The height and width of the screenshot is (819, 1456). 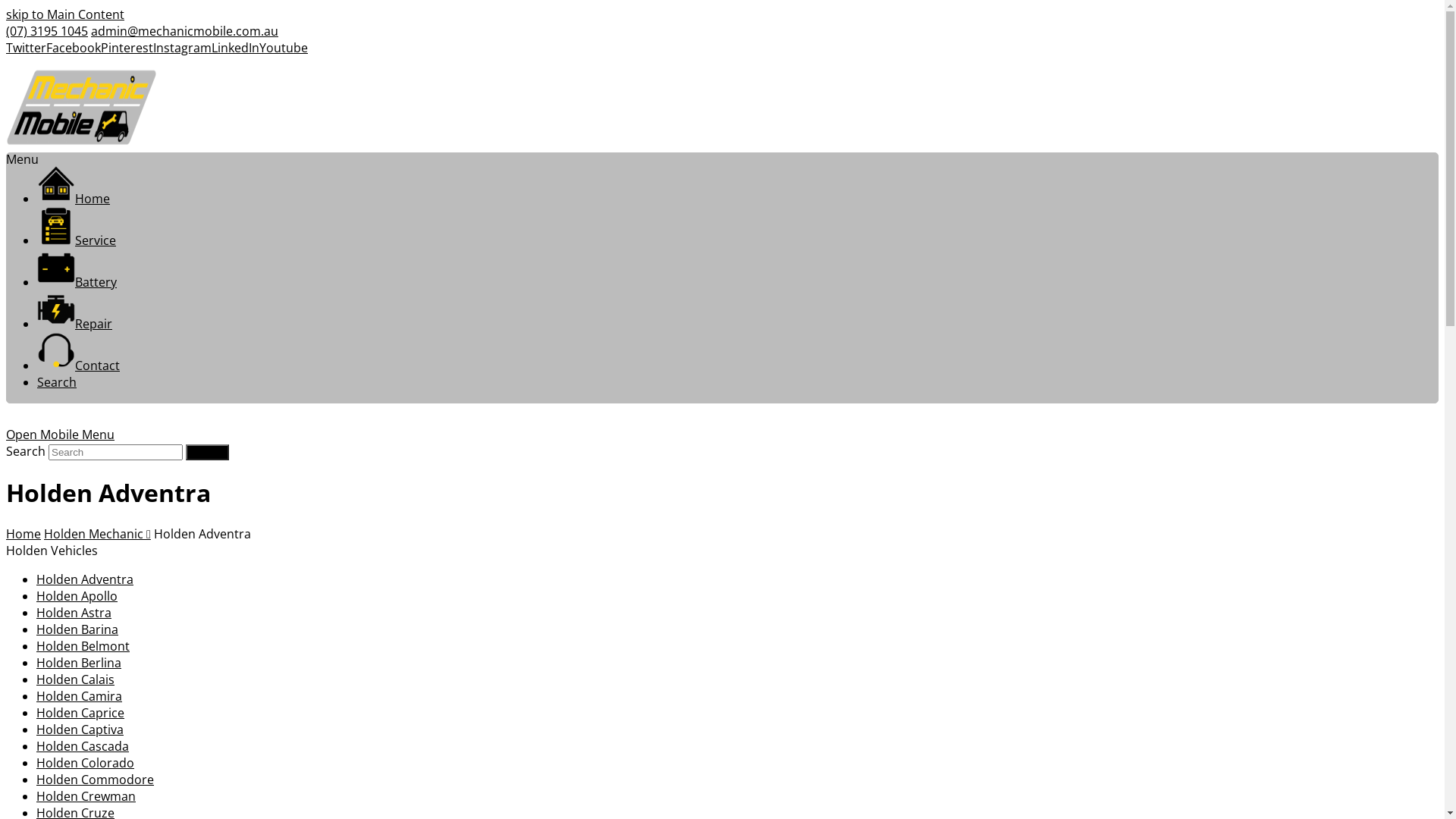 I want to click on 'Holden Calais', so click(x=74, y=678).